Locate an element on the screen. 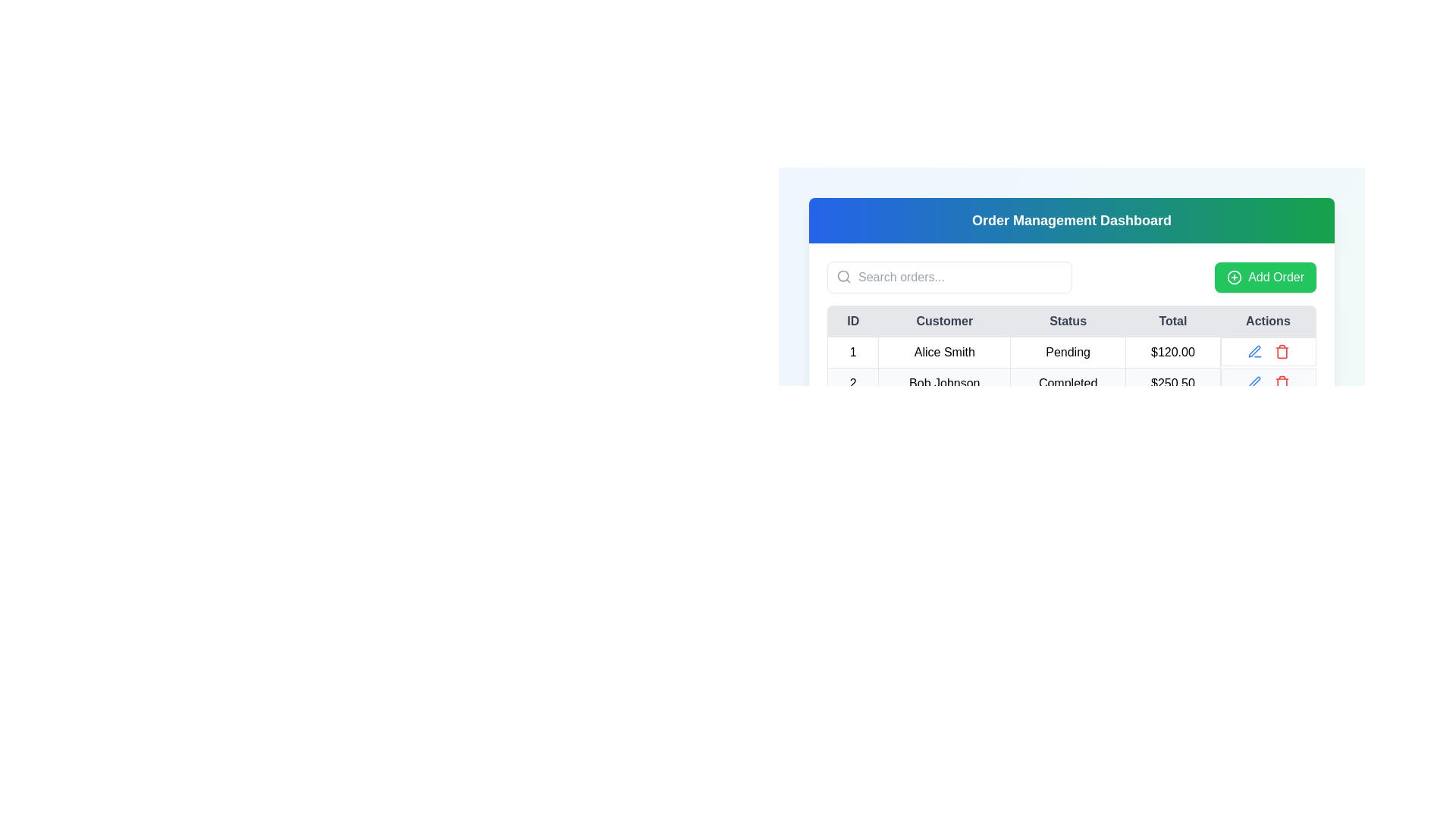 The image size is (1456, 819). the trash bin icon in the 'Actions' column of the table is located at coordinates (1281, 383).